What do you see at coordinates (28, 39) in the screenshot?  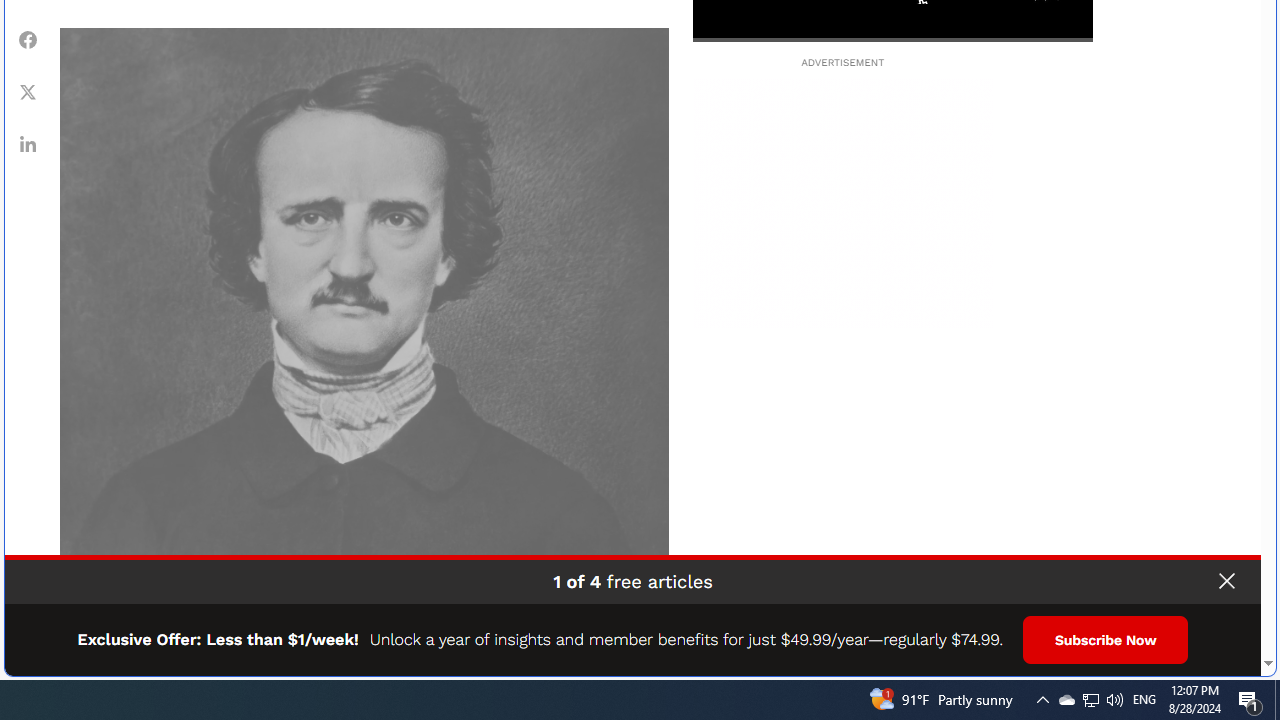 I see `'Class: fs-icon fs-icon--Facebook'` at bounding box center [28, 39].